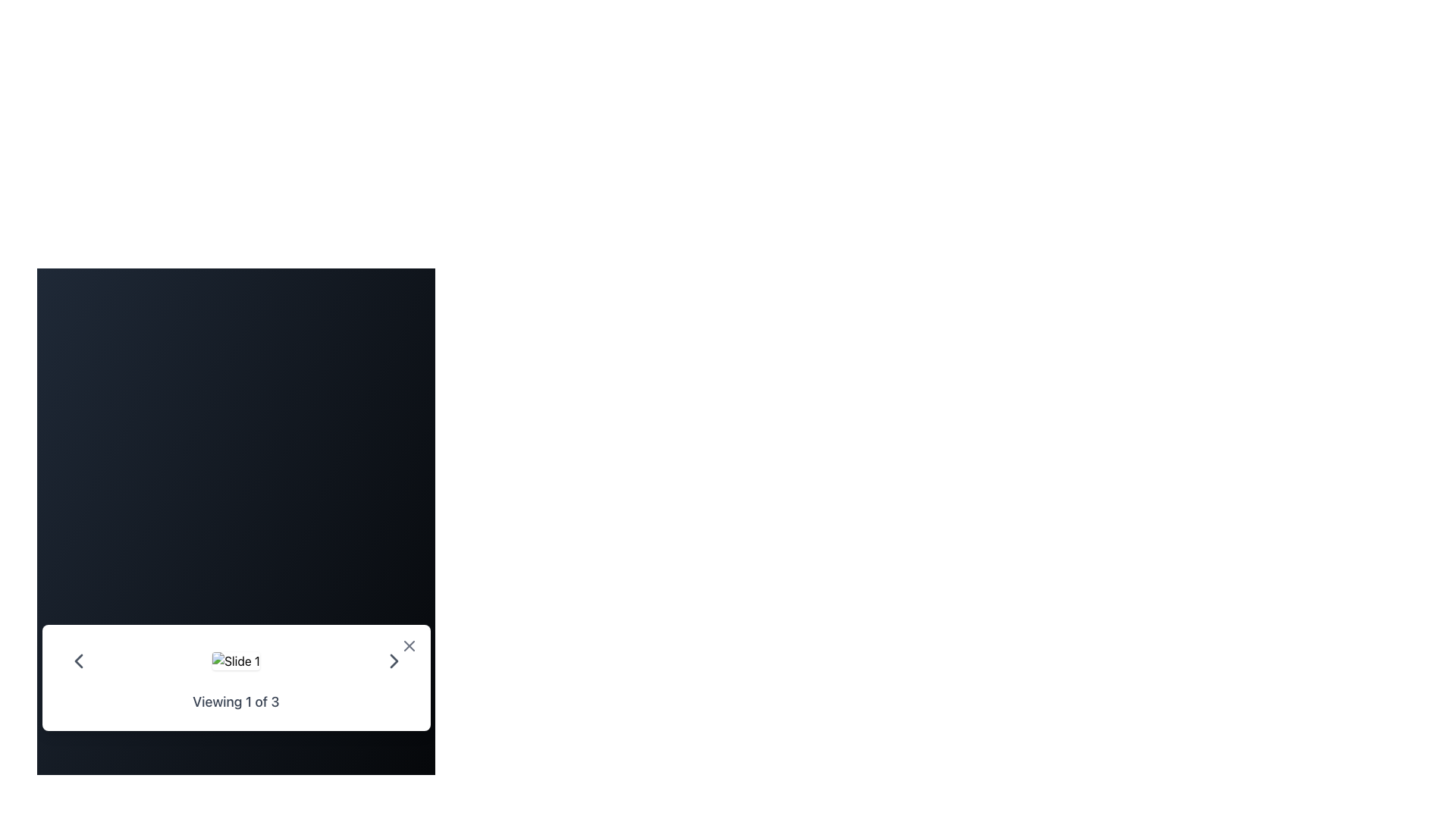 The width and height of the screenshot is (1456, 819). What do you see at coordinates (77, 660) in the screenshot?
I see `the leftward-pointing arrow icon, which is a simplistic chevron design located on the leftmost side of the navigation panel` at bounding box center [77, 660].